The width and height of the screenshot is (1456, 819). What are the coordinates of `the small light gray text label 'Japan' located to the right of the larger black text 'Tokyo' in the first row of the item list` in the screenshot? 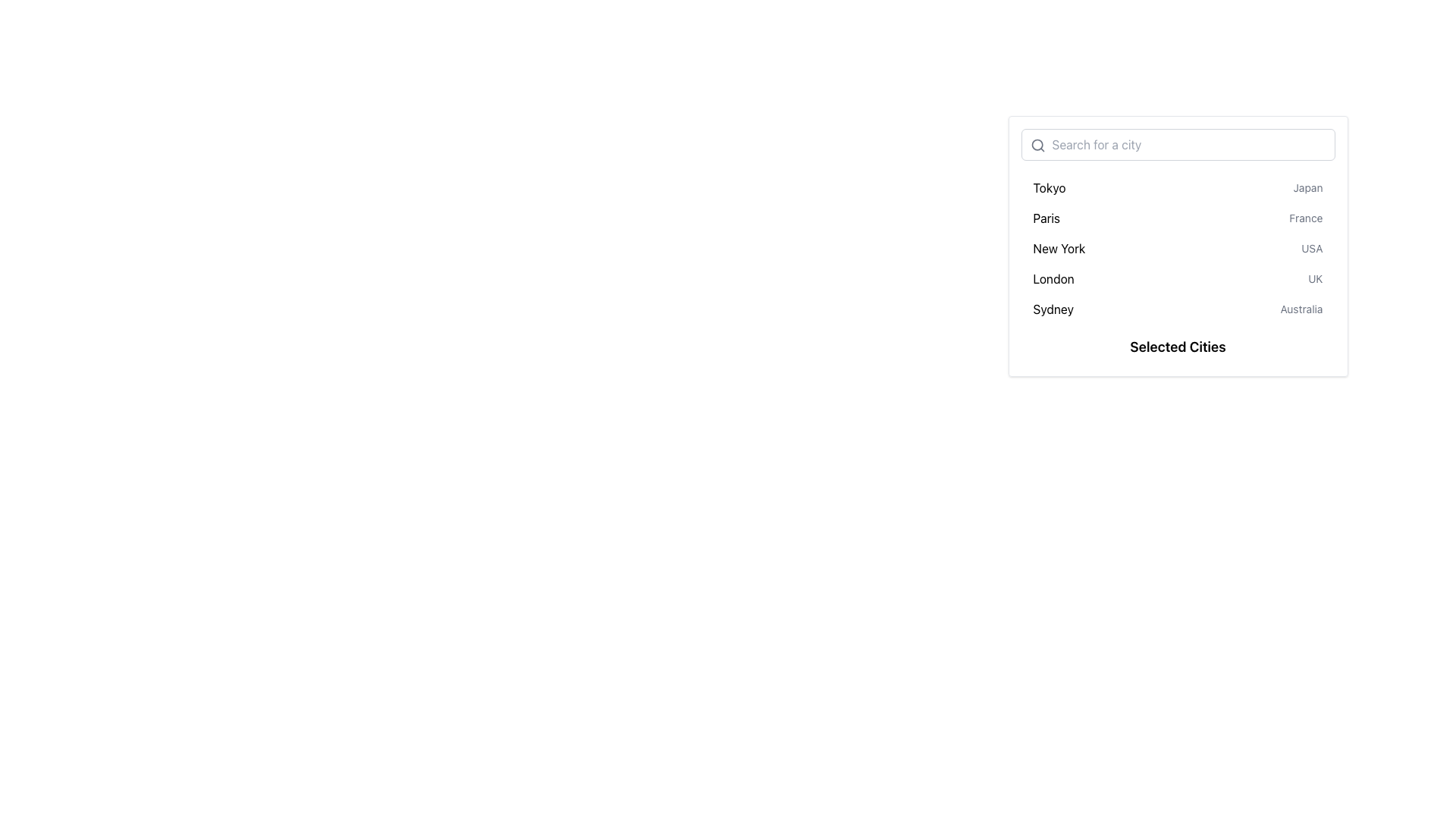 It's located at (1307, 187).